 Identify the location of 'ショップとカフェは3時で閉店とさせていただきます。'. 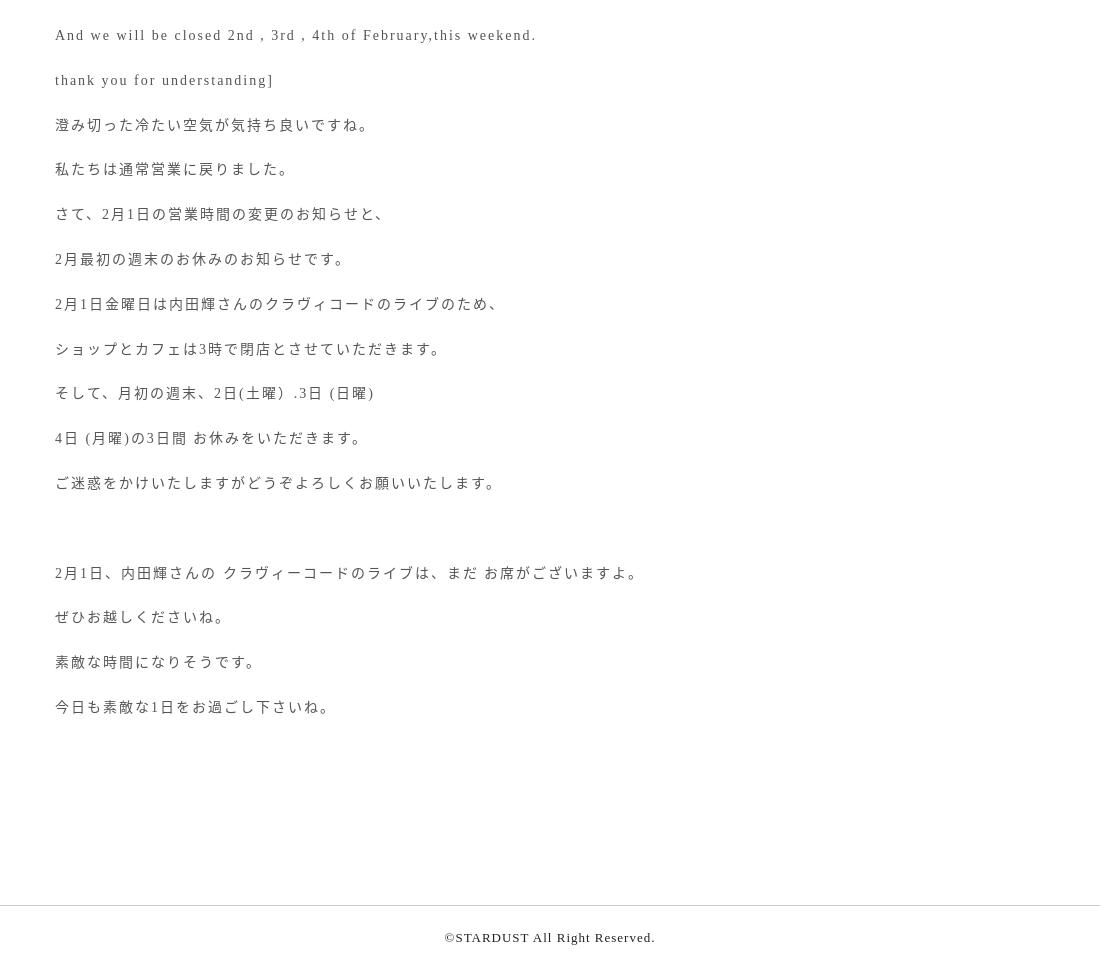
(251, 348).